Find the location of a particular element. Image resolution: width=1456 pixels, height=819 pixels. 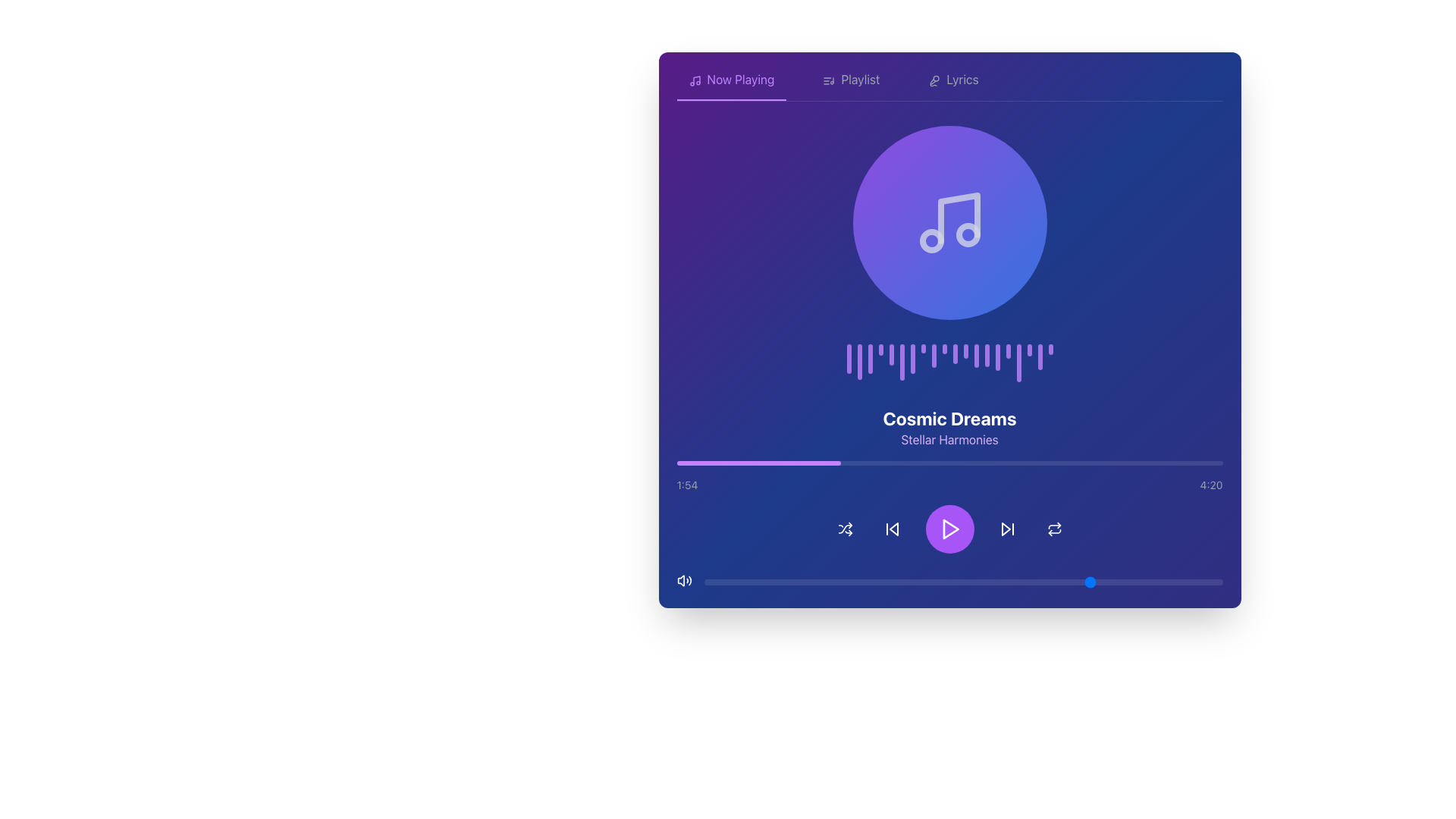

playback progress is located at coordinates (714, 462).